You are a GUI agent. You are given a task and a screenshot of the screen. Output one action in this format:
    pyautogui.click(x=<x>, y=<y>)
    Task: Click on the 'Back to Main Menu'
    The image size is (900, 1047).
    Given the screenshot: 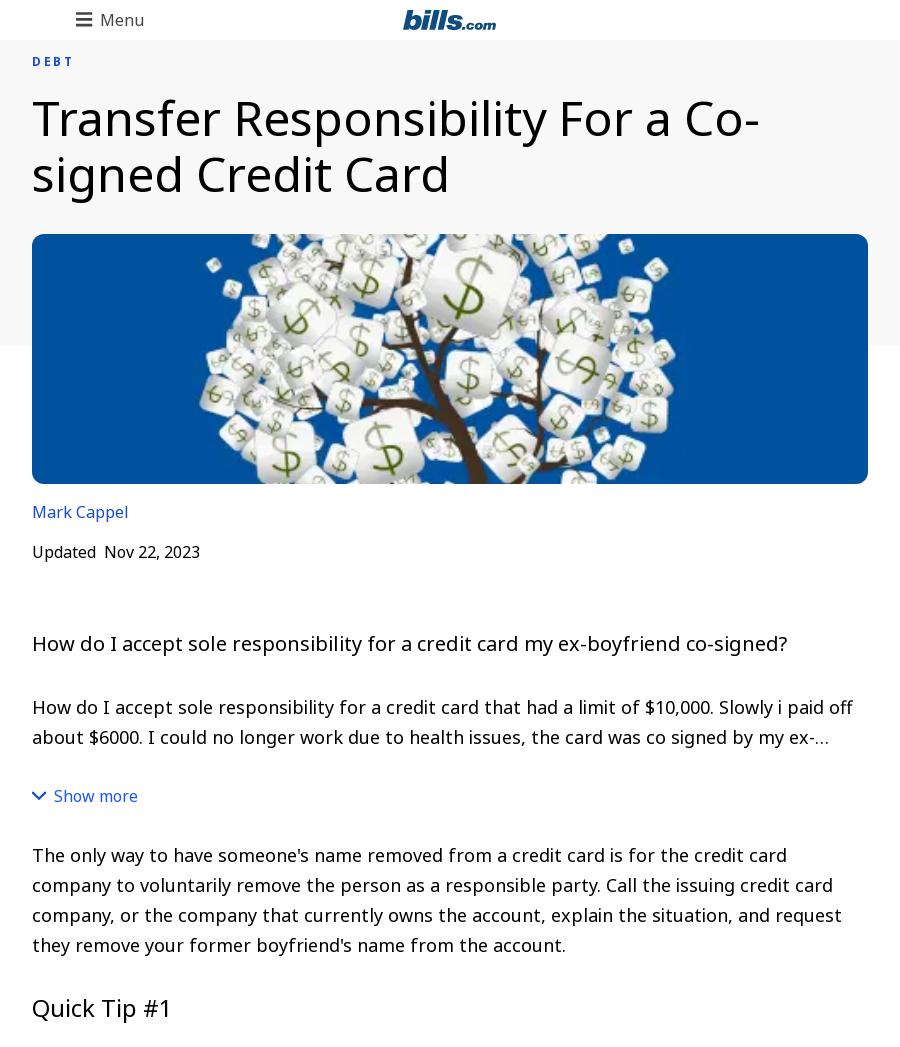 What is the action you would take?
    pyautogui.click(x=91, y=78)
    